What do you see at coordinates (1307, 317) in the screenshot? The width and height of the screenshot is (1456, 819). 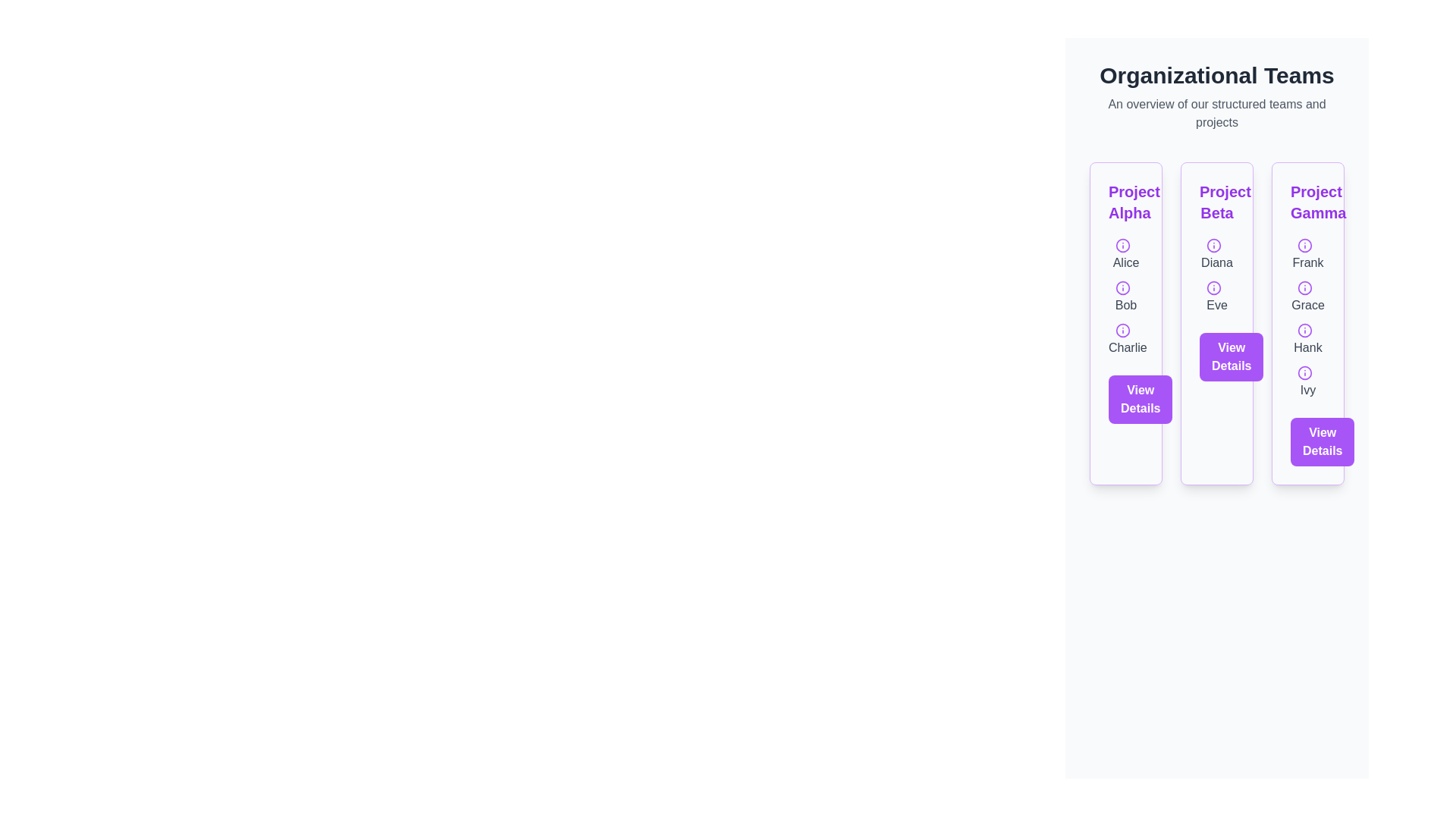 I see `the list of names associated with 'Project Gamma'` at bounding box center [1307, 317].